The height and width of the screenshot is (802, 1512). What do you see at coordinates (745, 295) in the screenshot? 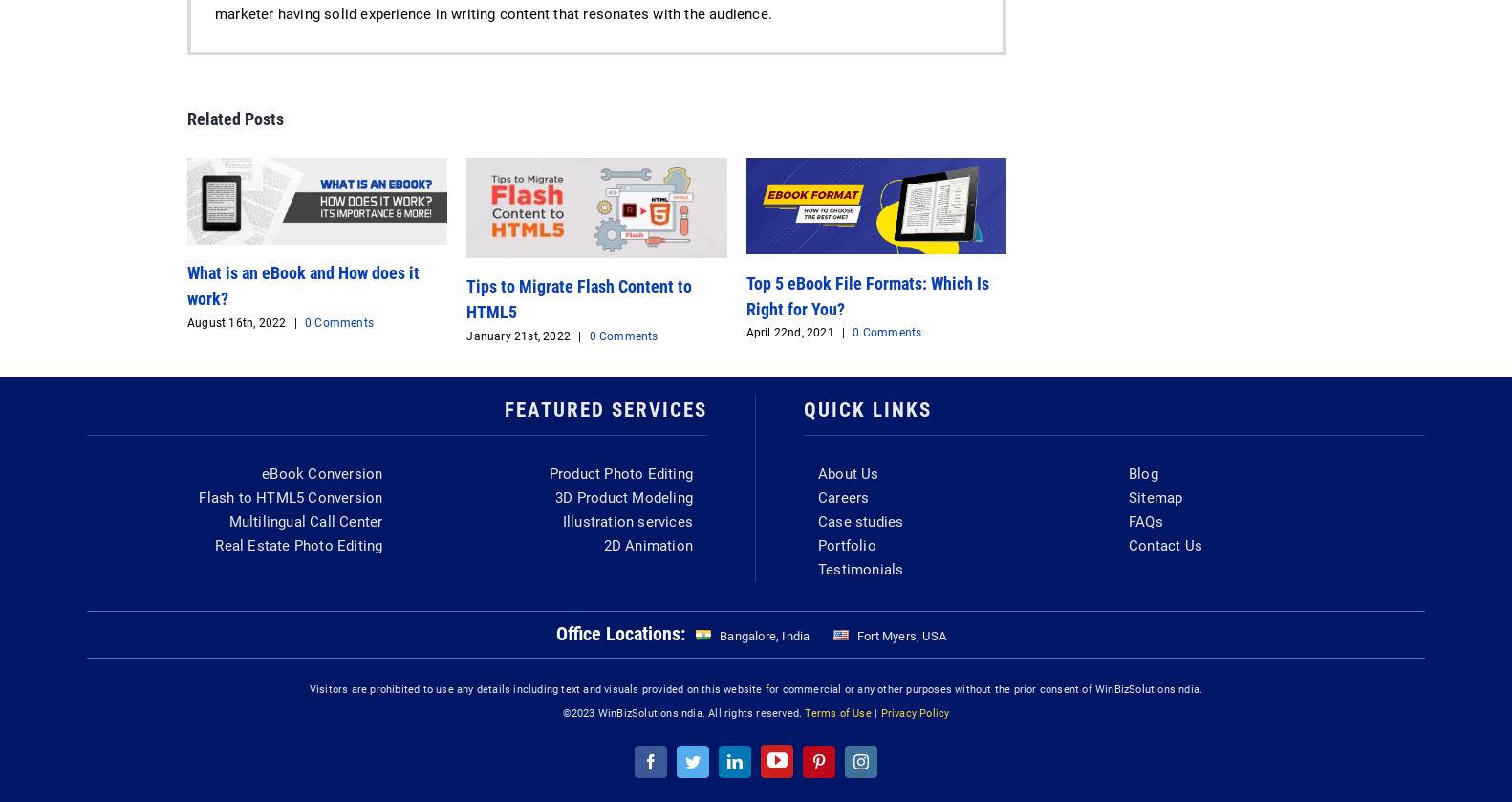
I see `'Top 5 eBook File Formats: Which Is Right for You?'` at bounding box center [745, 295].